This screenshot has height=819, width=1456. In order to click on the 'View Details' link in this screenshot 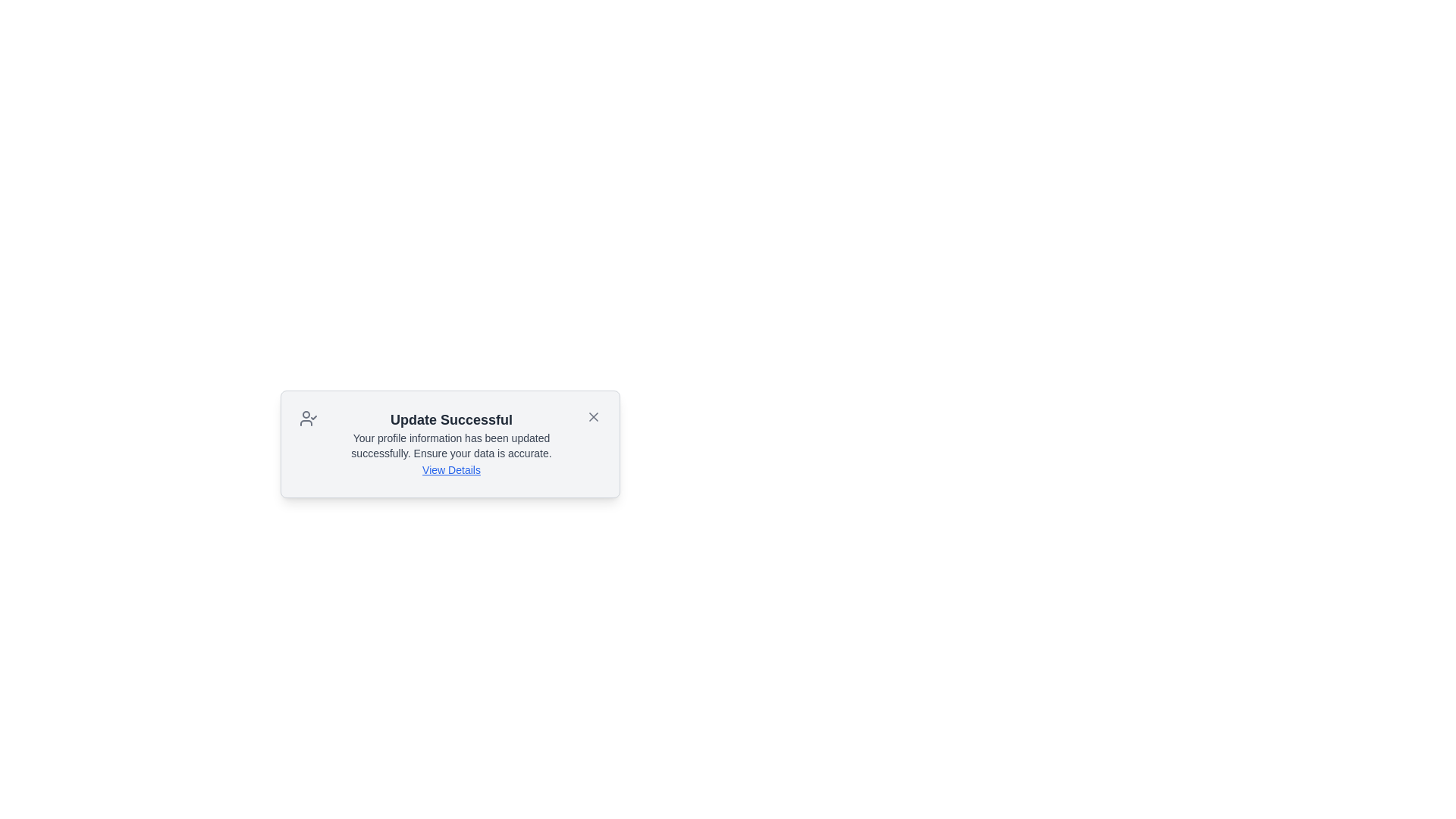, I will do `click(450, 469)`.